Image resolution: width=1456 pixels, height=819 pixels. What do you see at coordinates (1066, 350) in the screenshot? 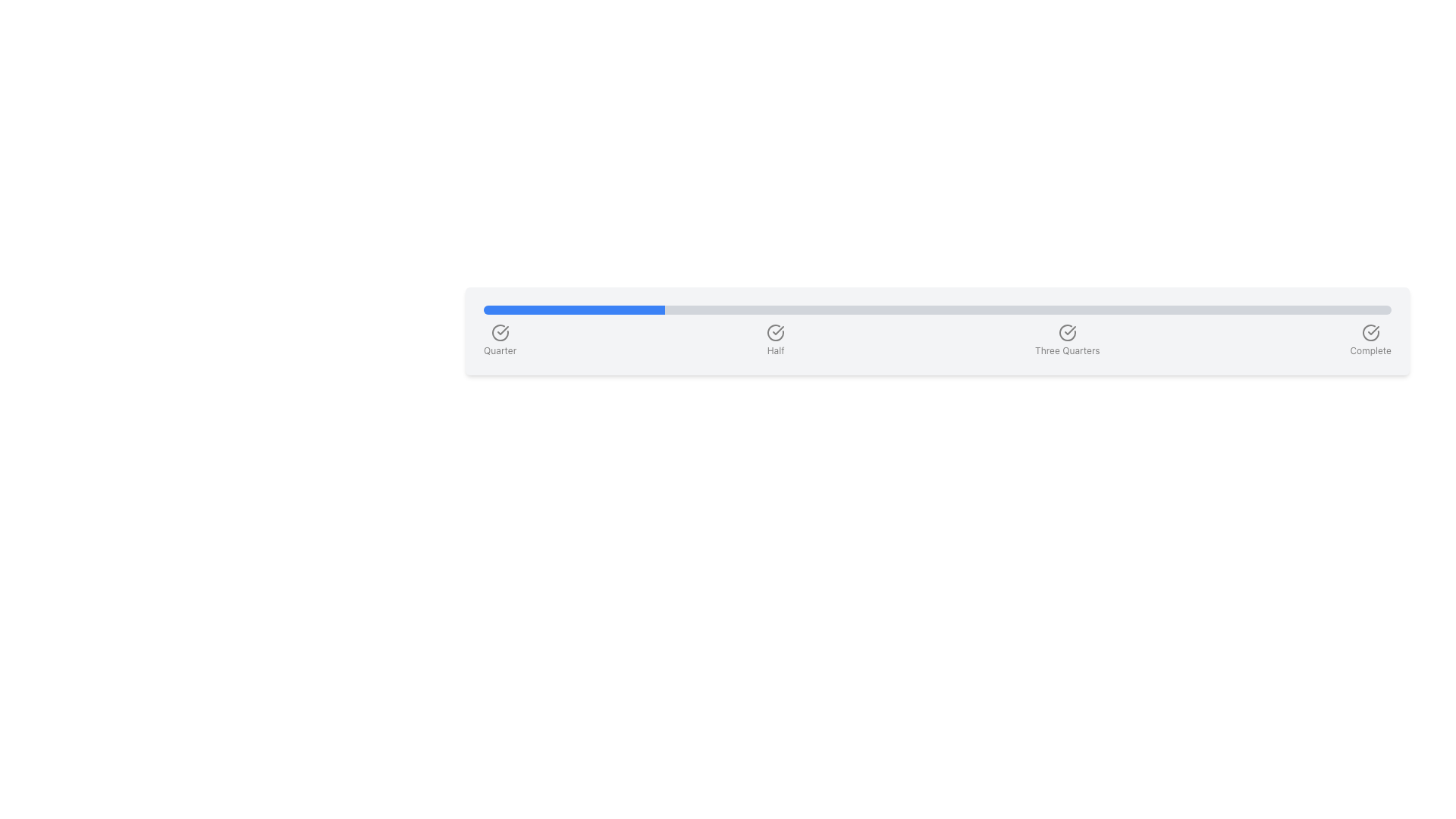
I see `the small text label reading 'Three Quarters' styled in light gray color, located beneath the checkmark icon in the progress bar` at bounding box center [1066, 350].